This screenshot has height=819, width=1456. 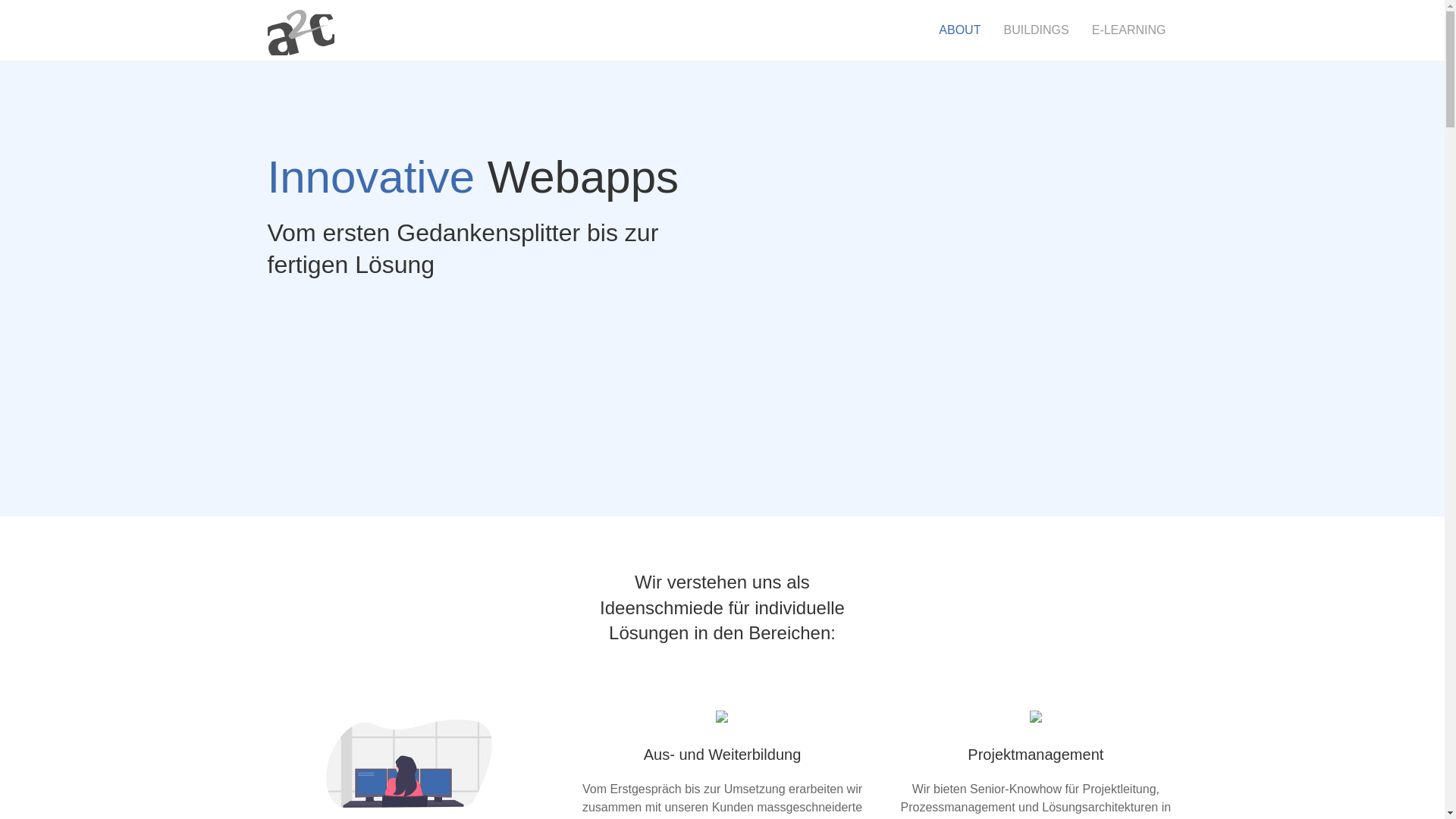 I want to click on 'ABOUT', so click(x=959, y=30).